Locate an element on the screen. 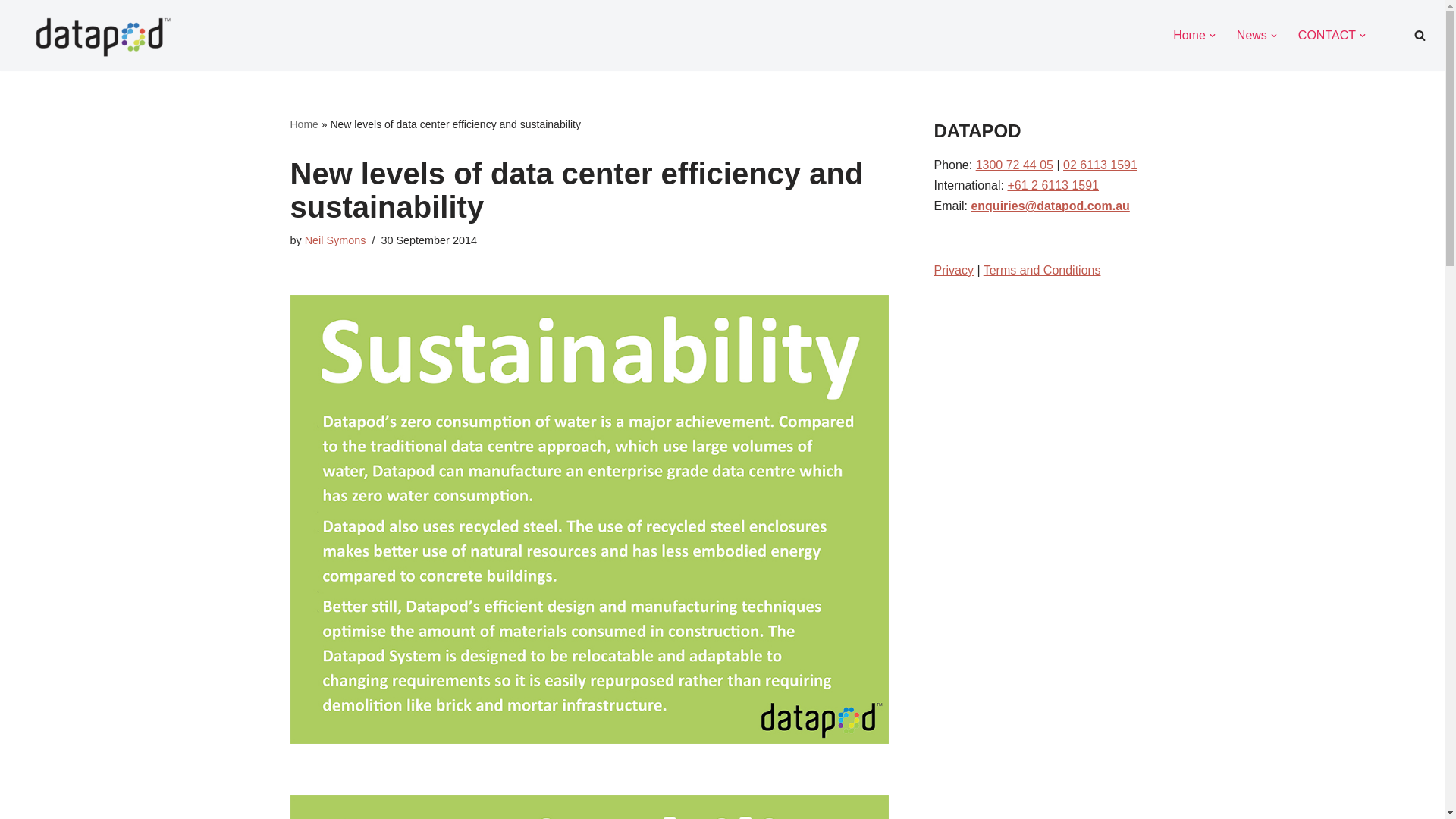 The width and height of the screenshot is (1456, 819). 'Home' is located at coordinates (1188, 34).